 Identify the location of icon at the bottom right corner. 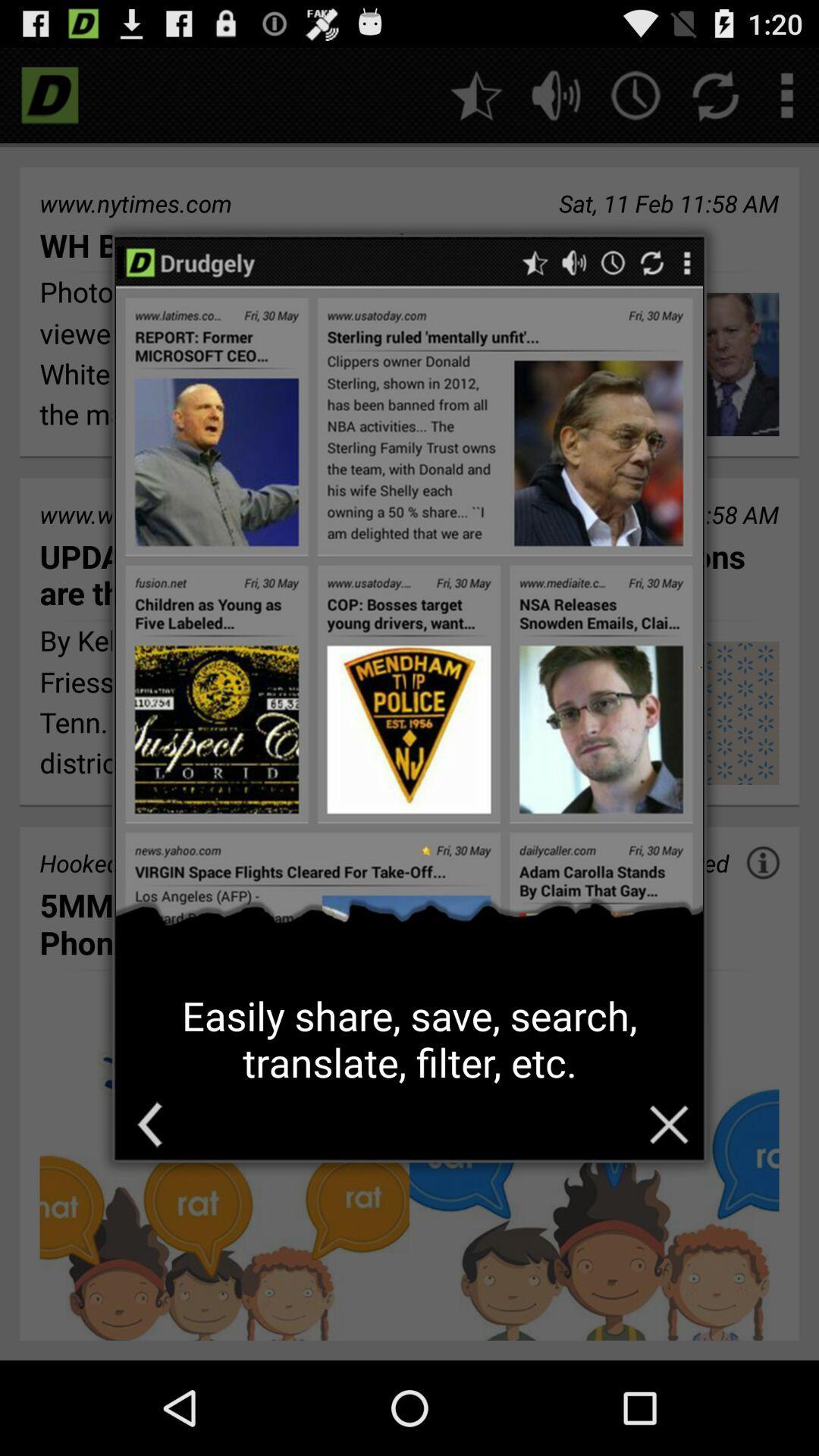
(668, 1125).